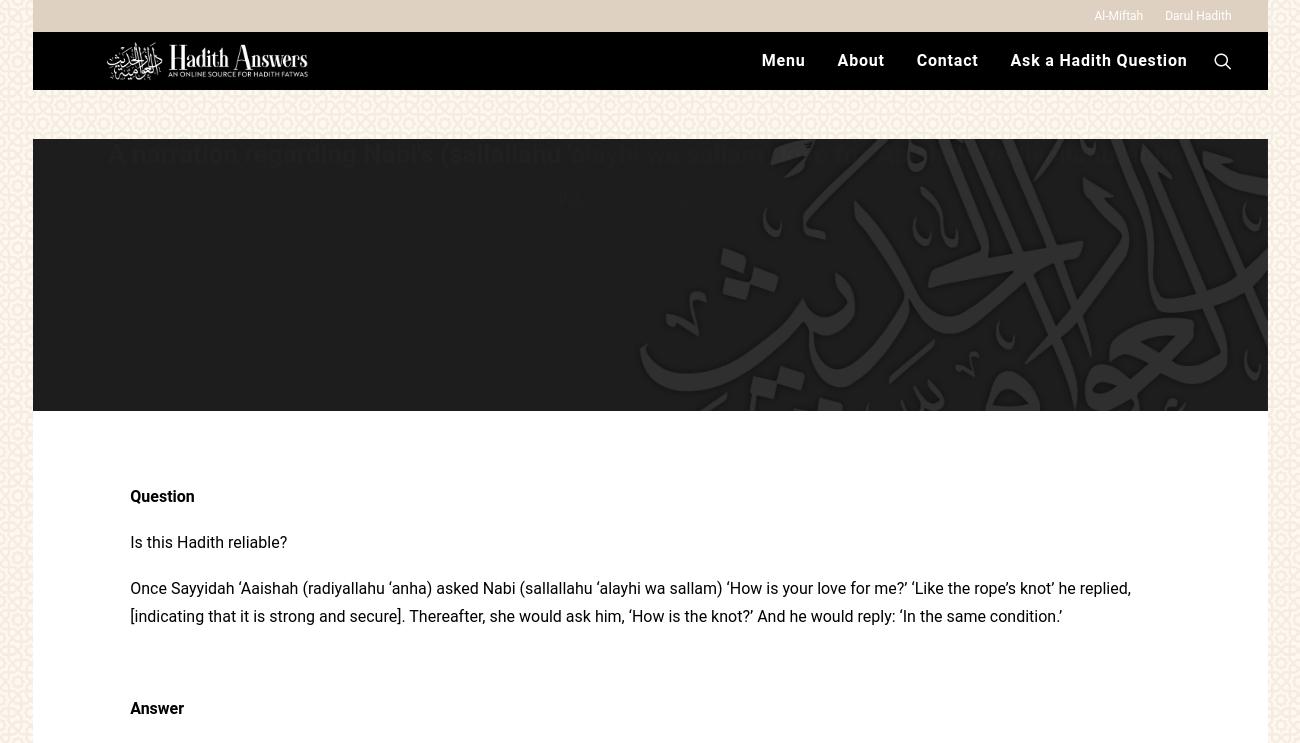 This screenshot has height=743, width=1300. Describe the element at coordinates (129, 602) in the screenshot. I see `'Once Sayyidah ‘Aaishah (radiyallahu ‘anha) asked Nabi (sallallahu ‘alayhi wa sallam) ‘How is your love for me?’ ‘Like the rope’s knot’ he replied, [indicating that it is strong and secure]. Thereafter, she would ask him, ‘How is the knot?’ And he would reply: ‘In the same condition.’'` at that location.